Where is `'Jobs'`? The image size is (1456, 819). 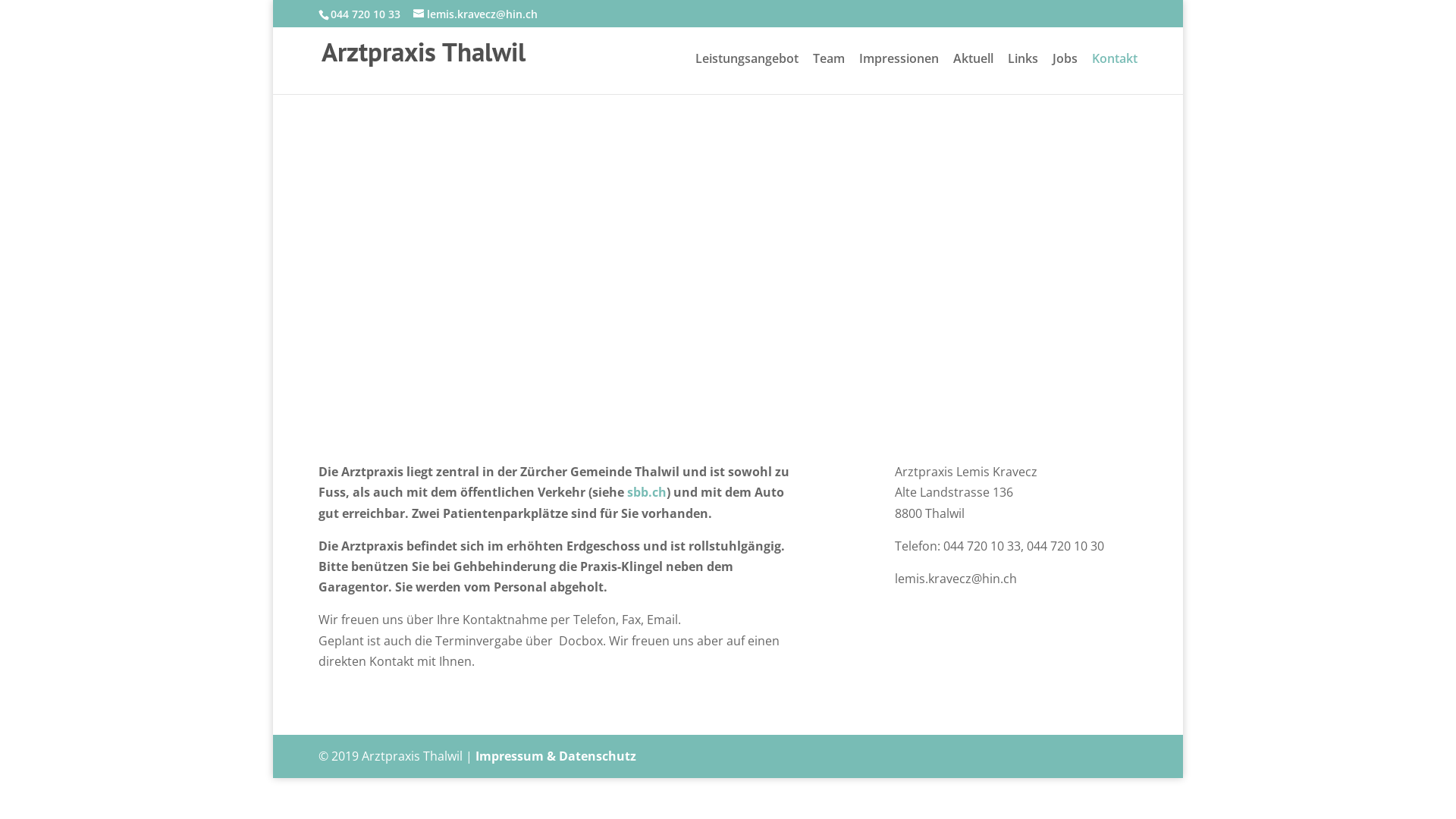
'Jobs' is located at coordinates (1064, 73).